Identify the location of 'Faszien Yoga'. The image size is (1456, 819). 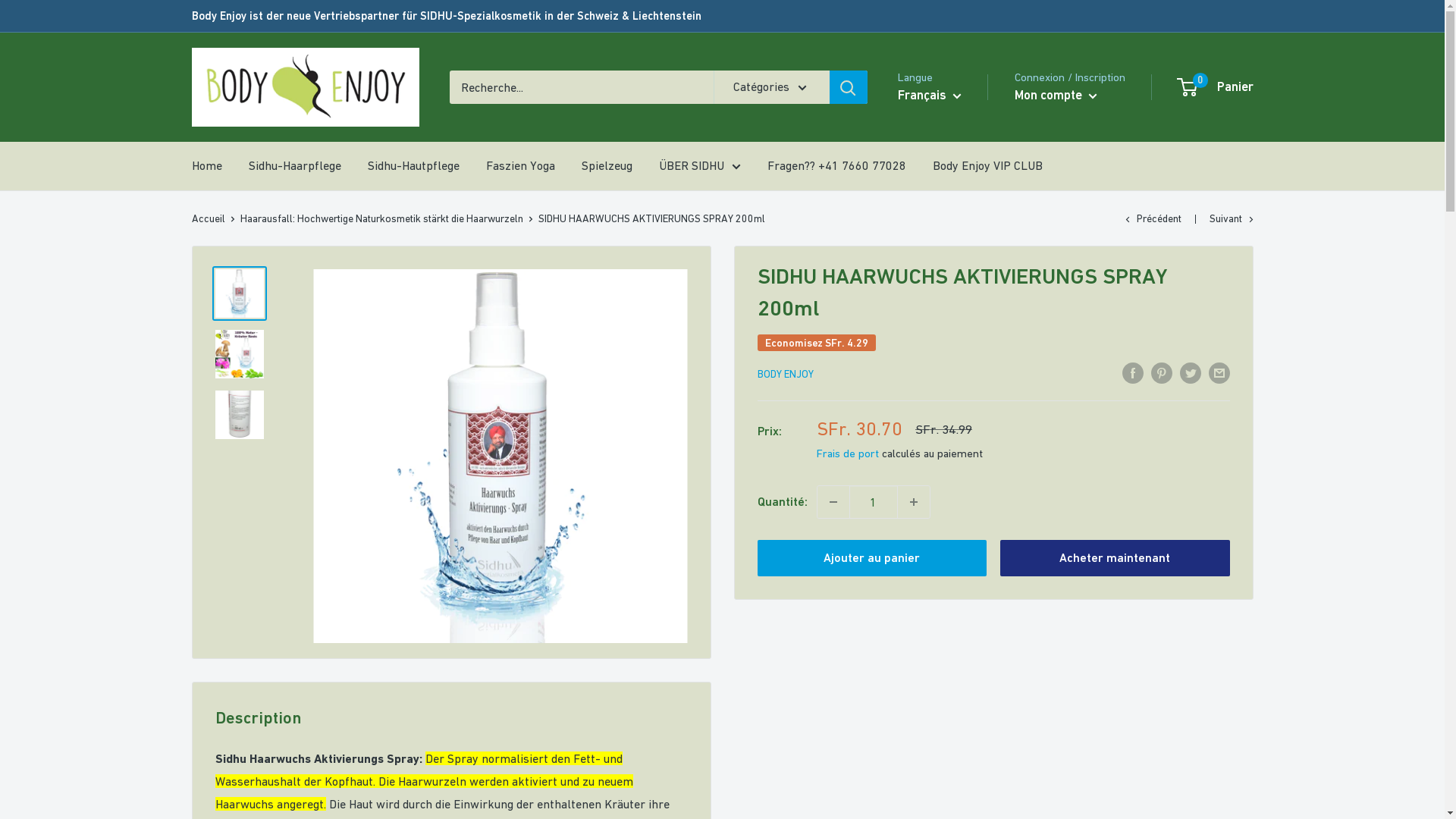
(519, 166).